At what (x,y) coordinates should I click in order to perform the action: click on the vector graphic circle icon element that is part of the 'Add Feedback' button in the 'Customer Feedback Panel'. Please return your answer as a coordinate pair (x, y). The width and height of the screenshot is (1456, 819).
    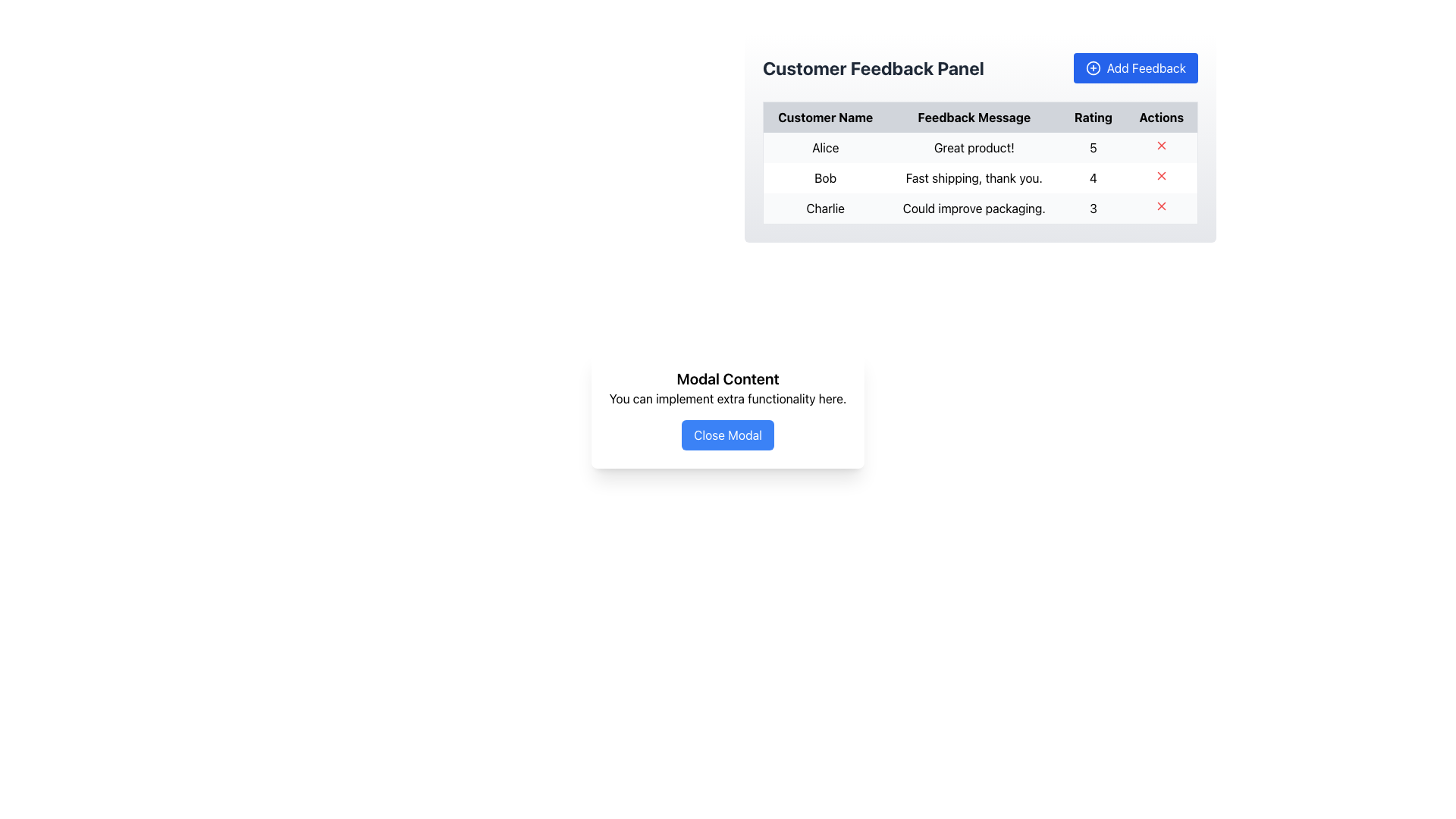
    Looking at the image, I should click on (1093, 67).